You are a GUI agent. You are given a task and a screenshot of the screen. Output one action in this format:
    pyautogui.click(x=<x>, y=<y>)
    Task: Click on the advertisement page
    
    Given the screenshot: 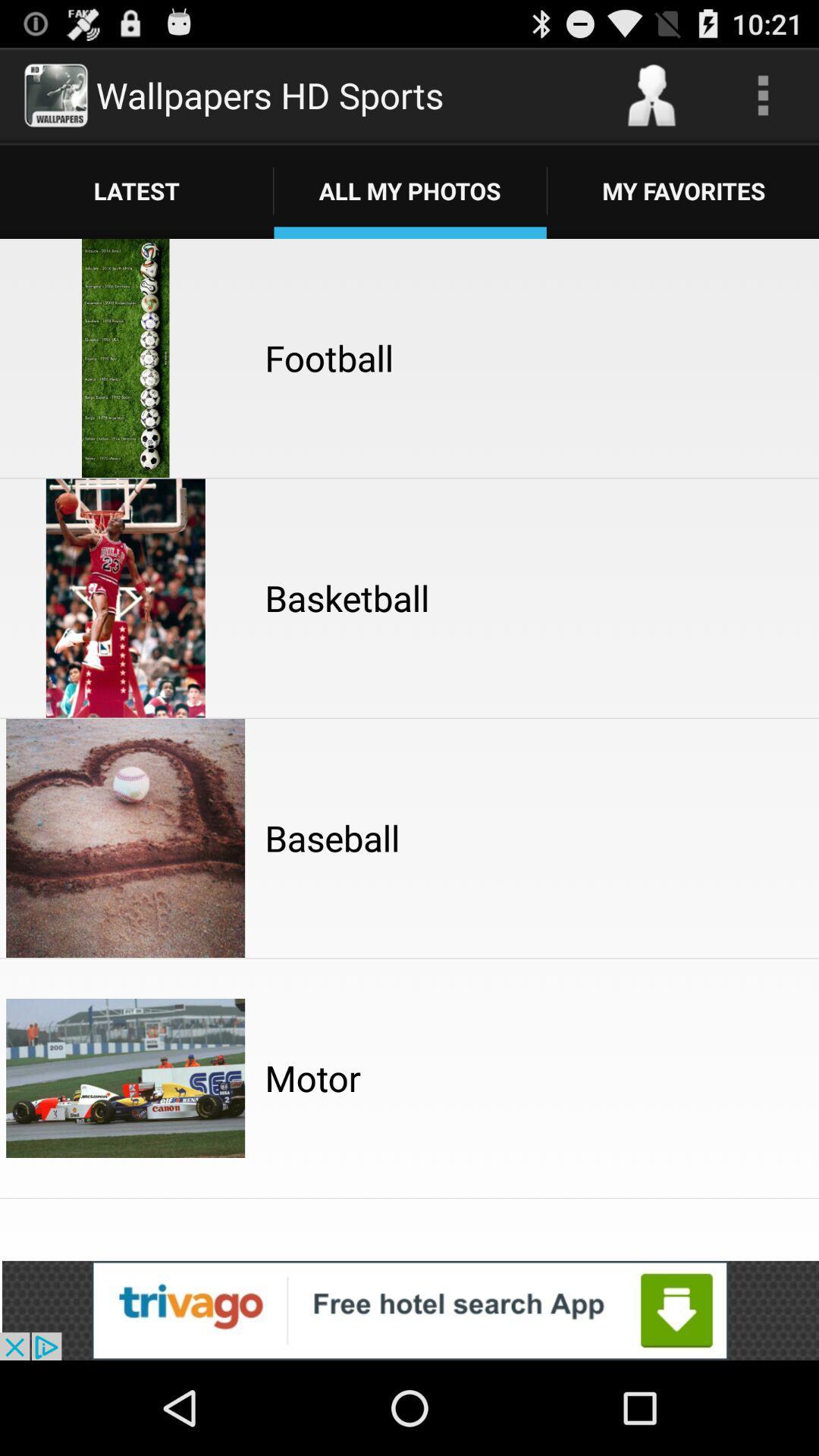 What is the action you would take?
    pyautogui.click(x=409, y=1310)
    